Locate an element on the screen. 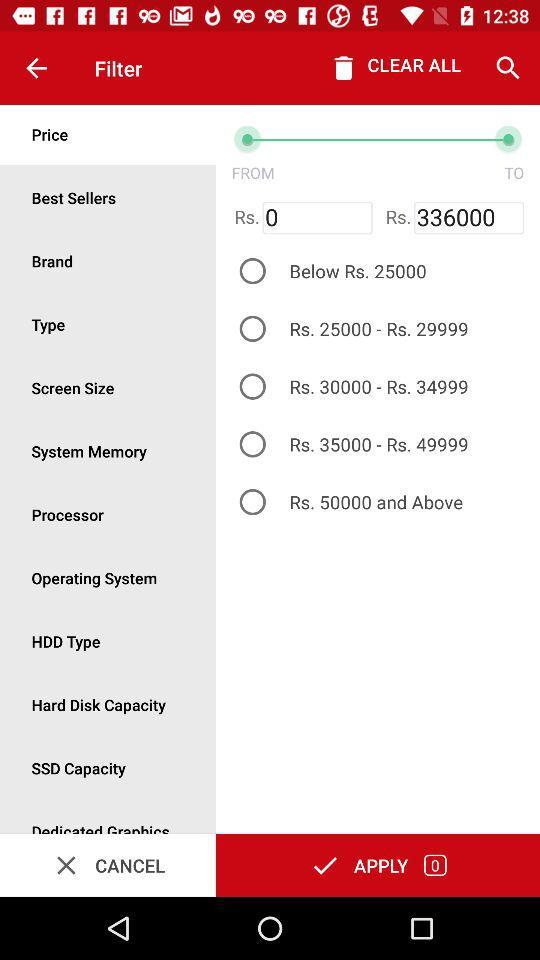 This screenshot has width=540, height=960. item next to the clear all is located at coordinates (508, 68).